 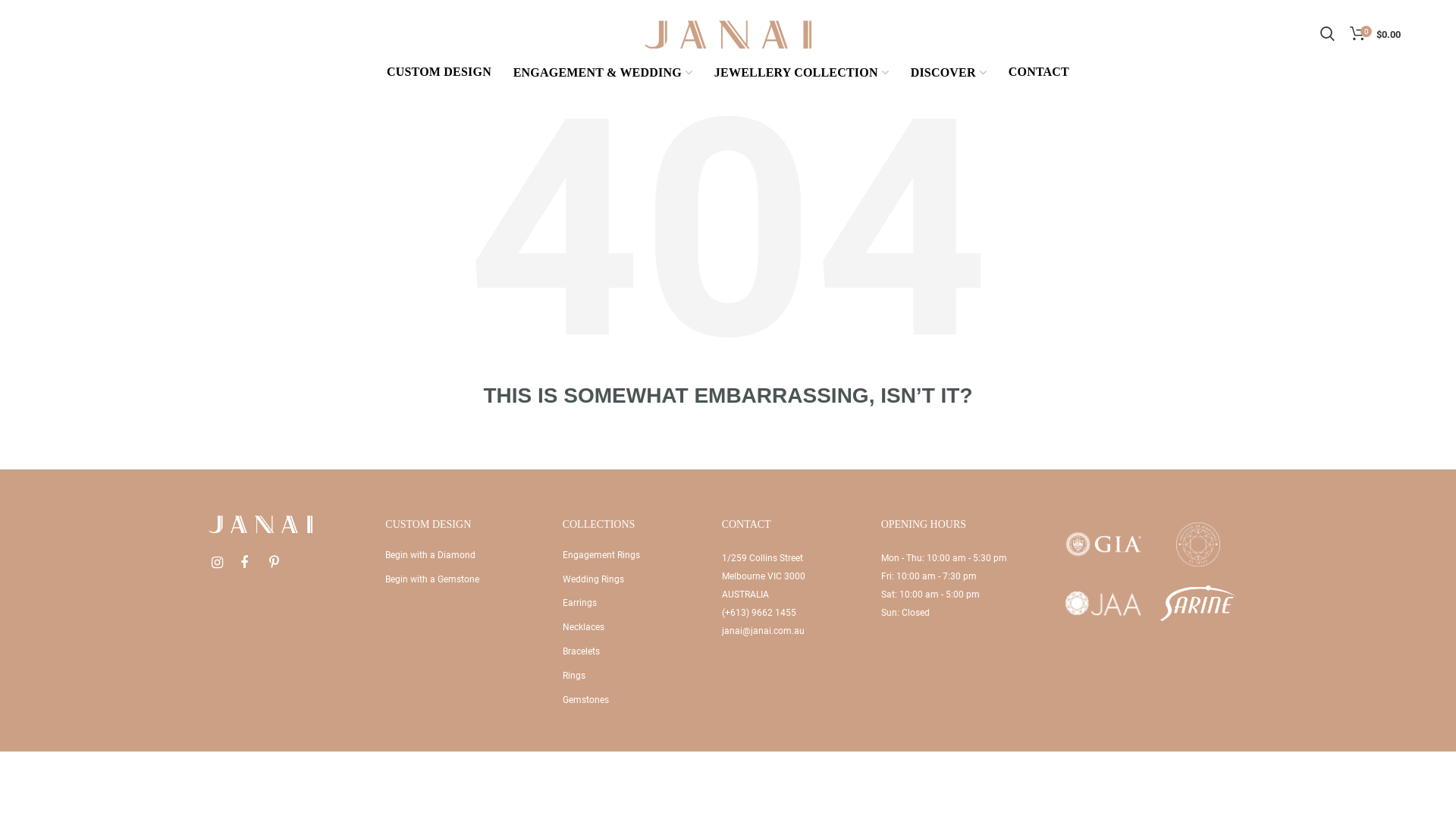 I want to click on 'JEWELLERY COLLECTION', so click(x=800, y=74).